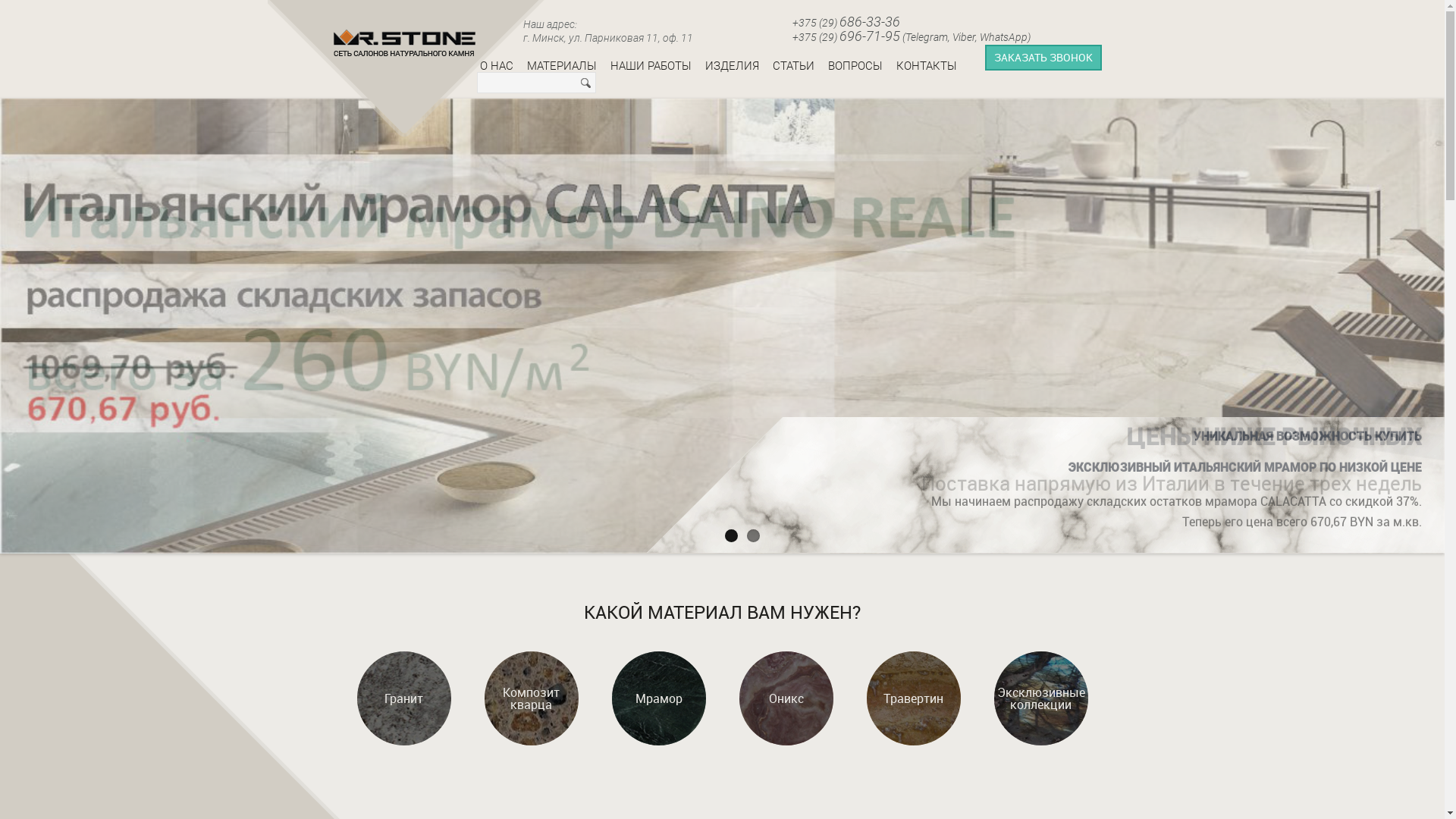  I want to click on '2', so click(746, 535).